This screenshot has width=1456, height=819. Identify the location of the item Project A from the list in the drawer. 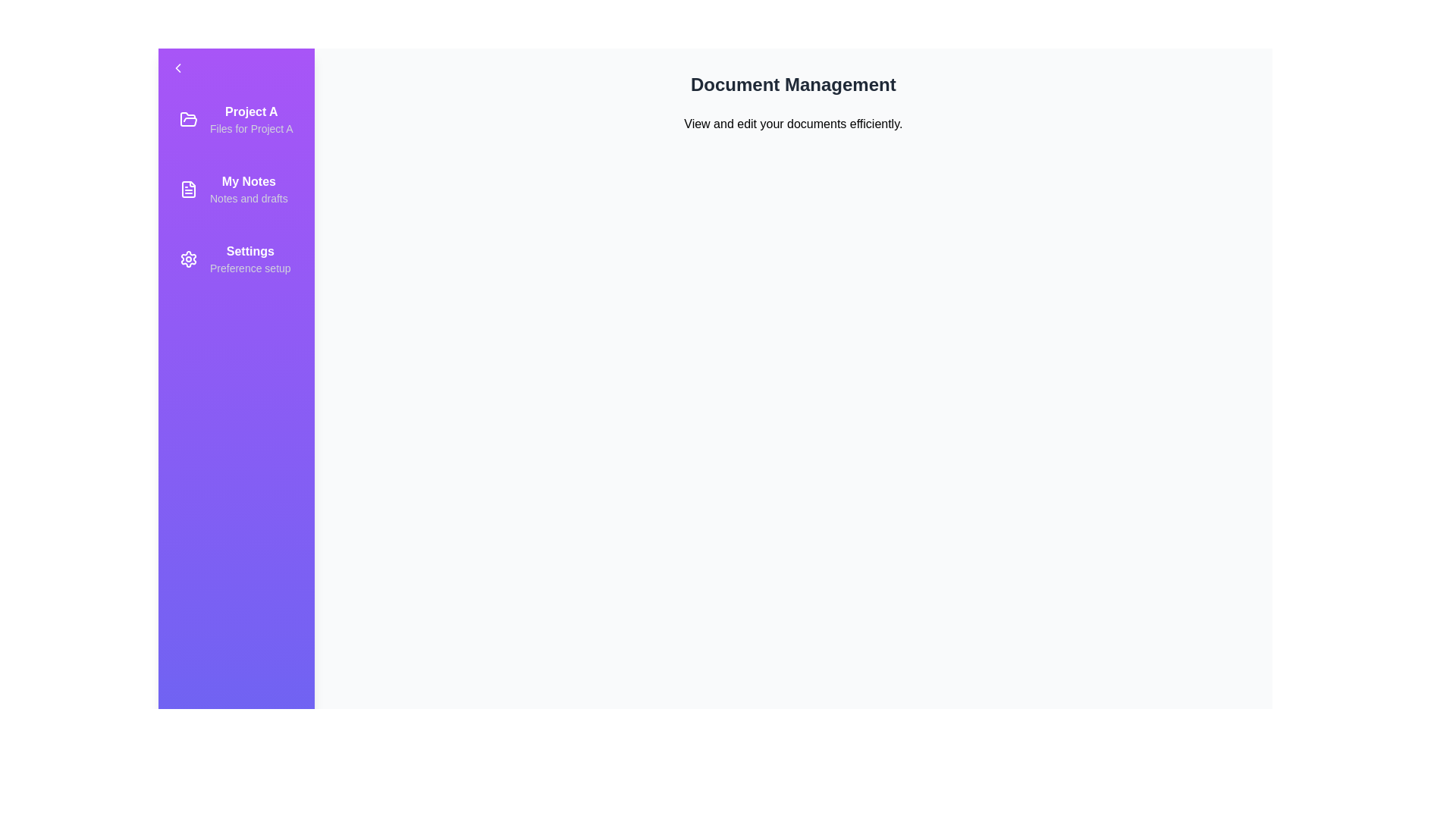
(235, 119).